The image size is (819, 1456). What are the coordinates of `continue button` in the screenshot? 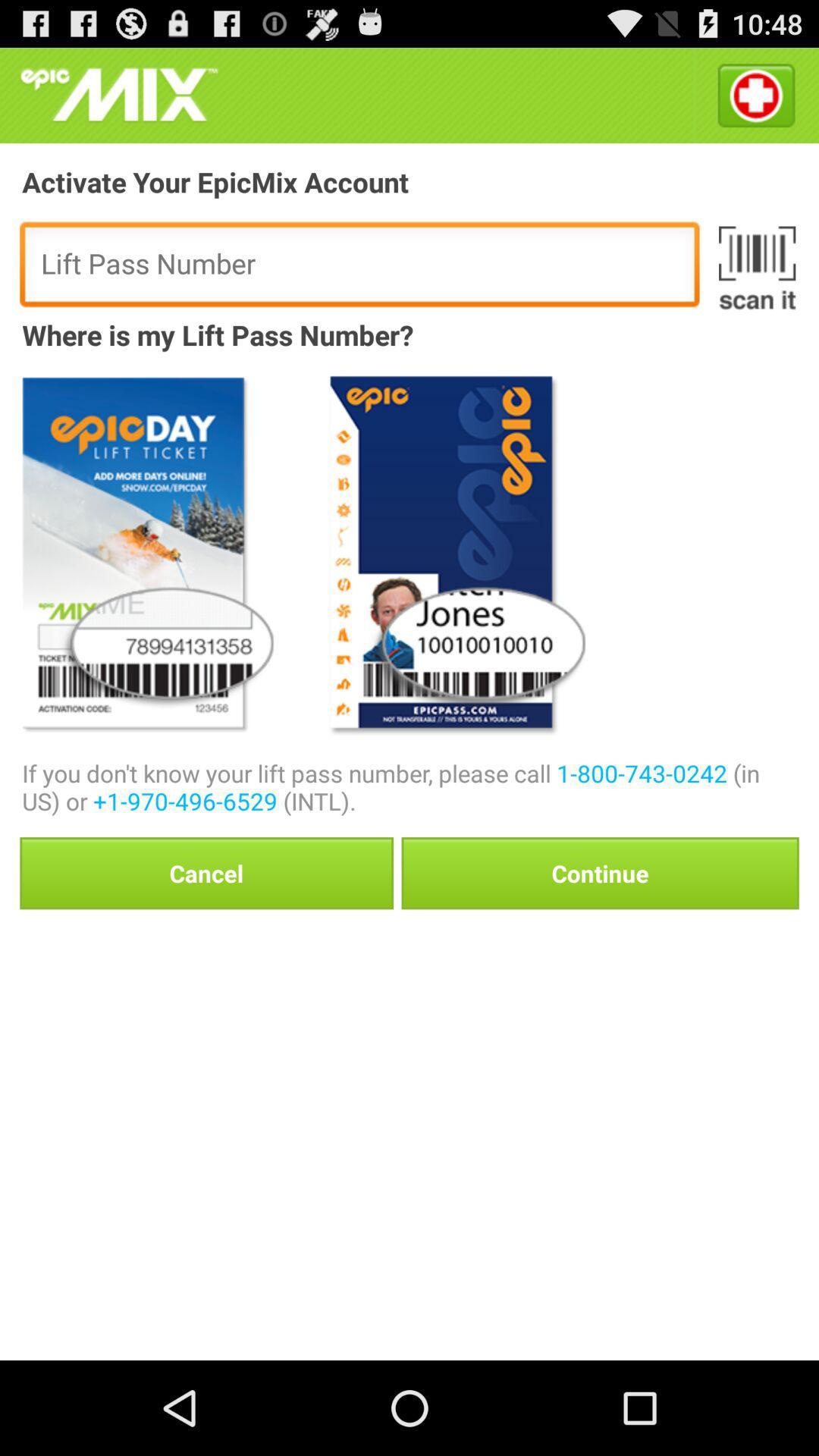 It's located at (599, 873).